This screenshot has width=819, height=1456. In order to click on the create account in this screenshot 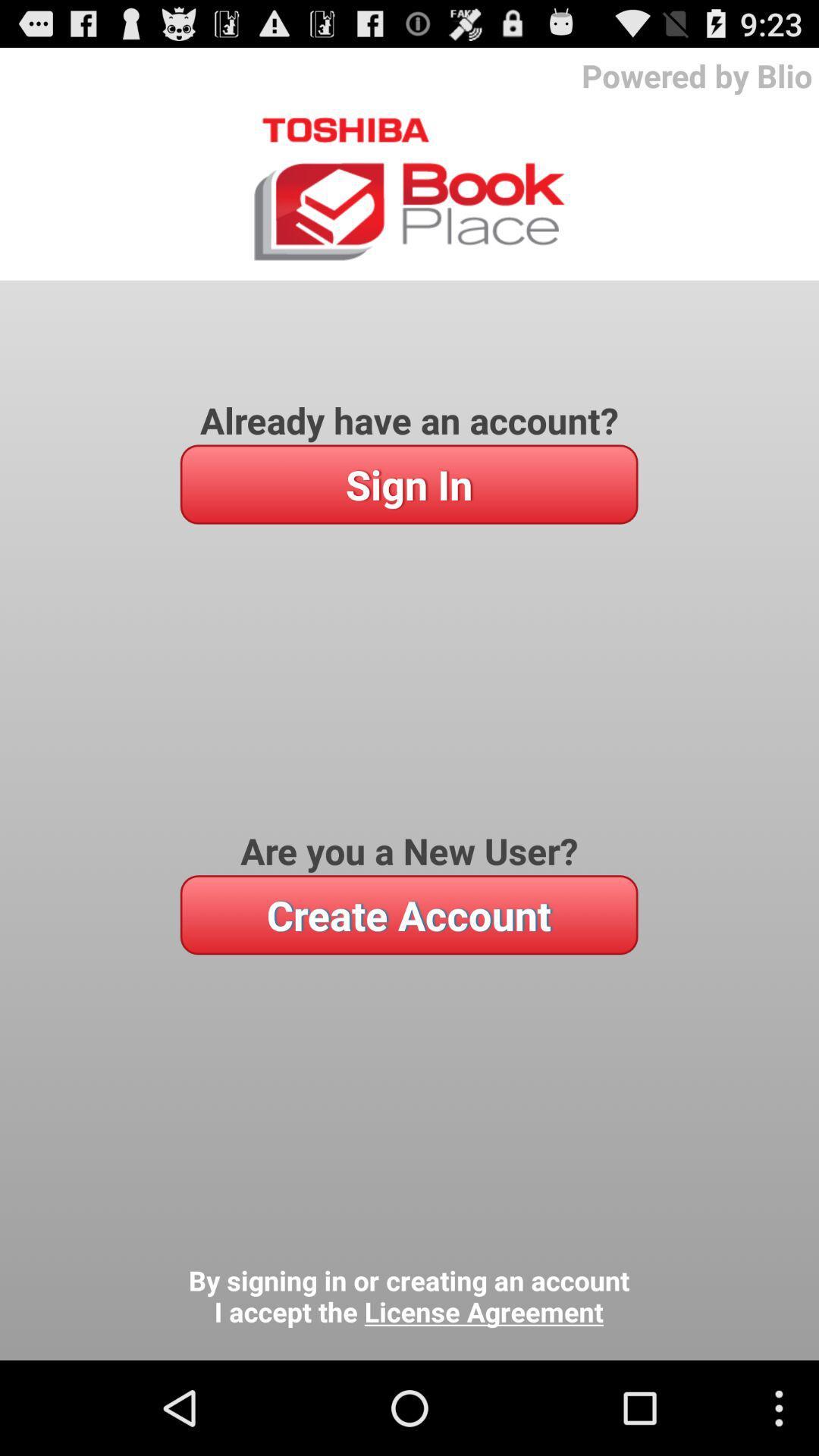, I will do `click(408, 914)`.